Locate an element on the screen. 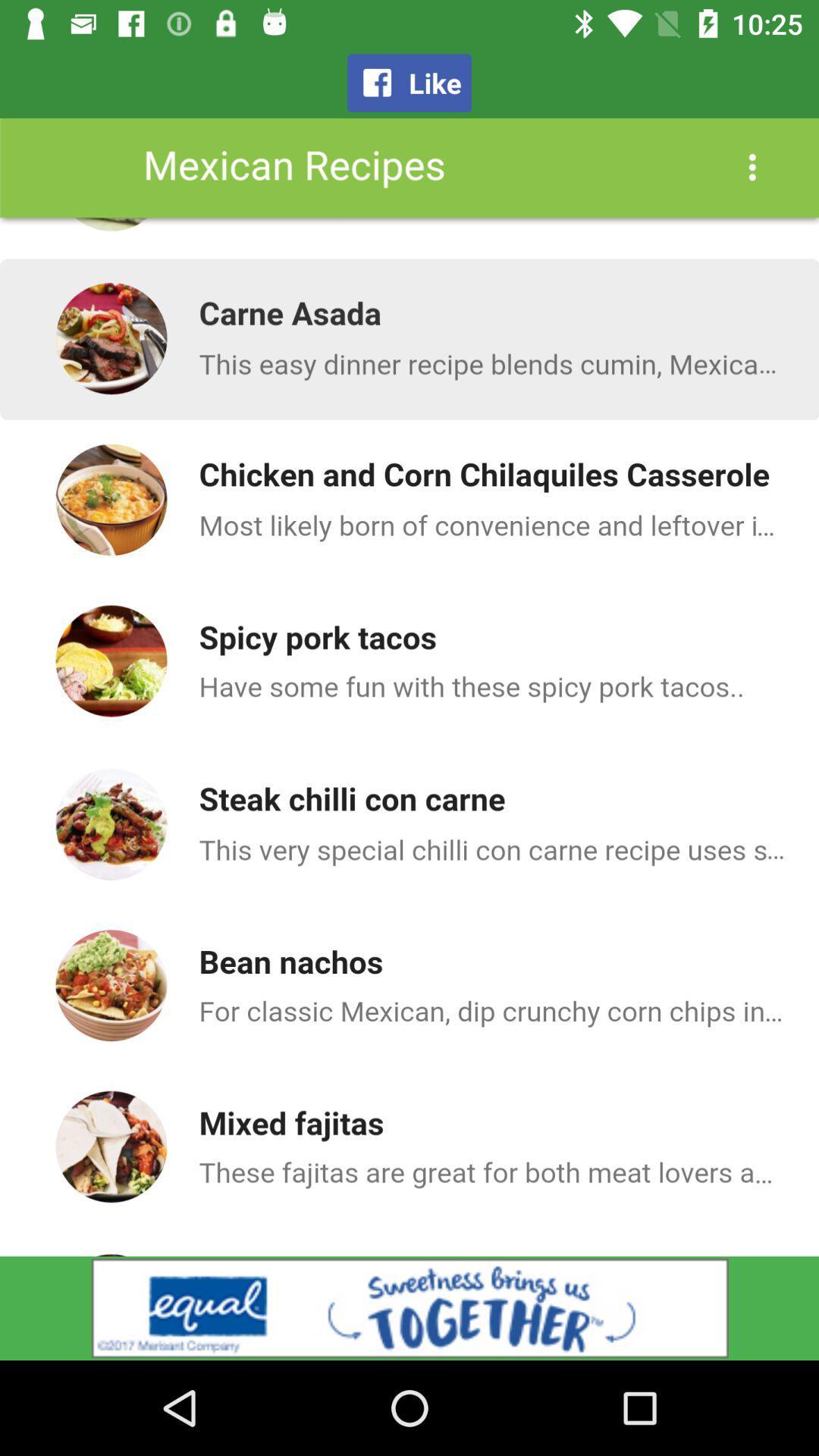 The height and width of the screenshot is (1456, 819). click advertisement to go to advertisement page is located at coordinates (409, 1307).